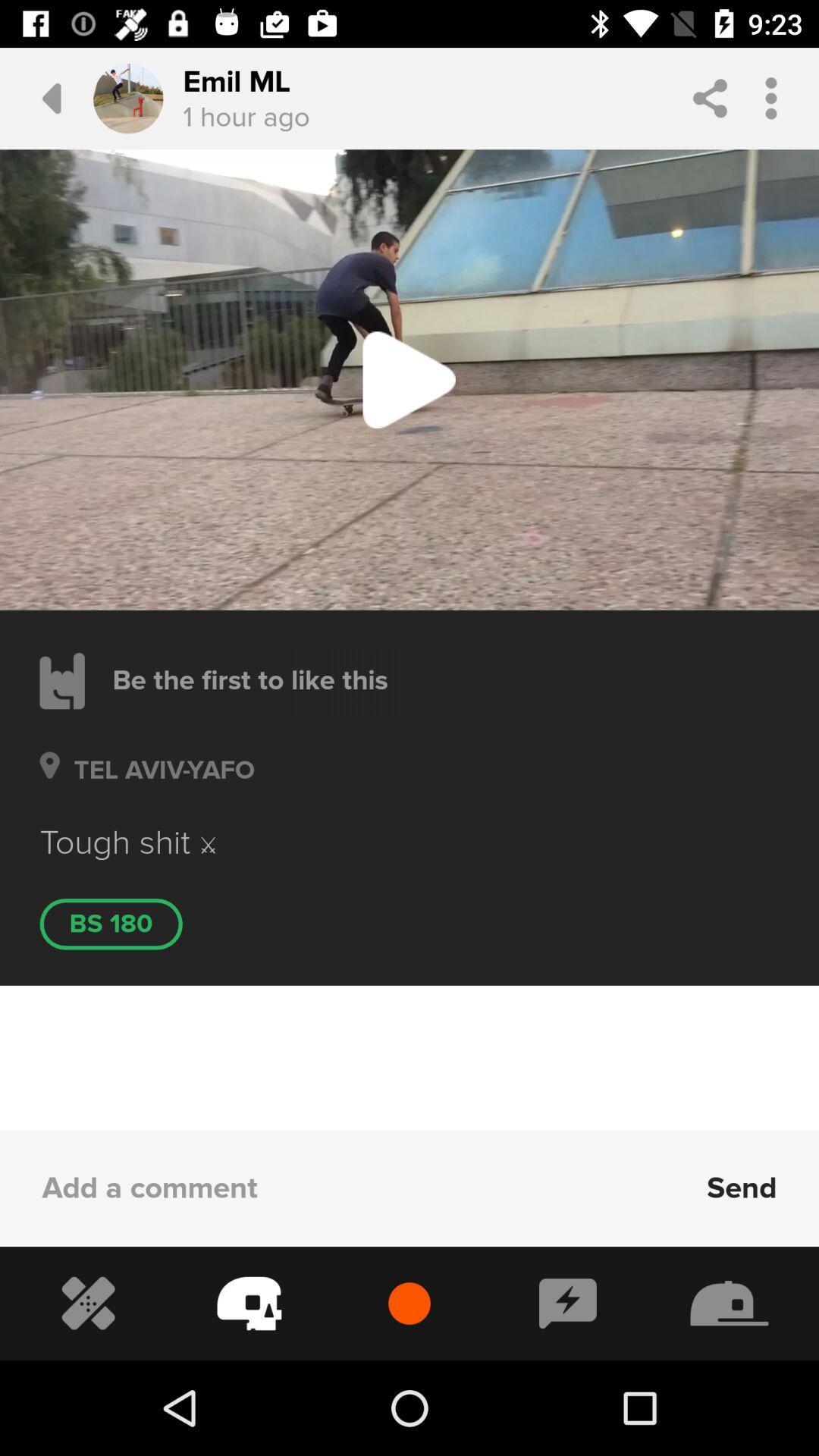  Describe the element at coordinates (409, 379) in the screenshot. I see `the play button in the image` at that location.